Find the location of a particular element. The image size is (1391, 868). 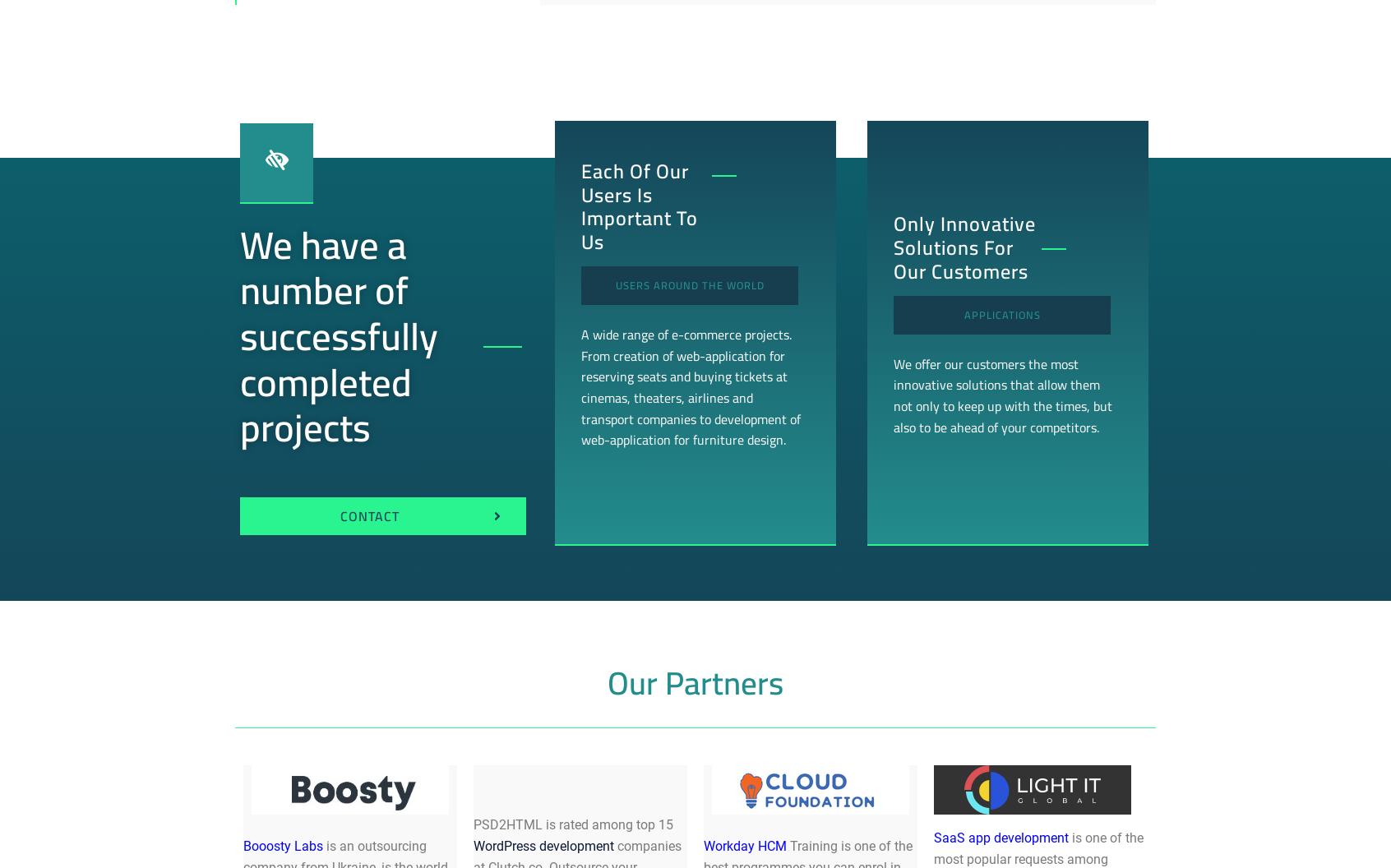

'Only innovative solutions for our customers' is located at coordinates (963, 247).